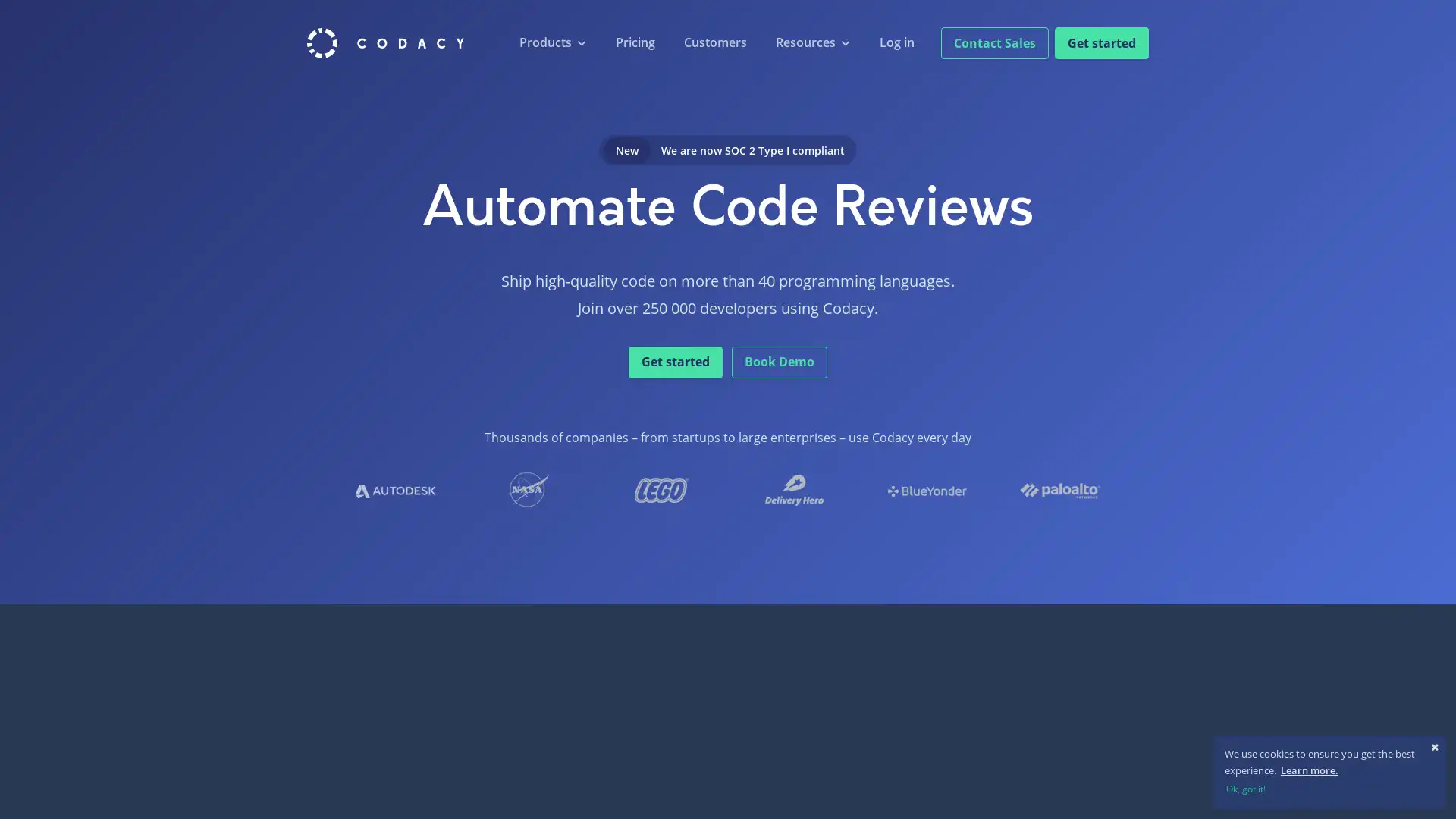  Describe the element at coordinates (1328, 787) in the screenshot. I see `dismiss cookie message` at that location.